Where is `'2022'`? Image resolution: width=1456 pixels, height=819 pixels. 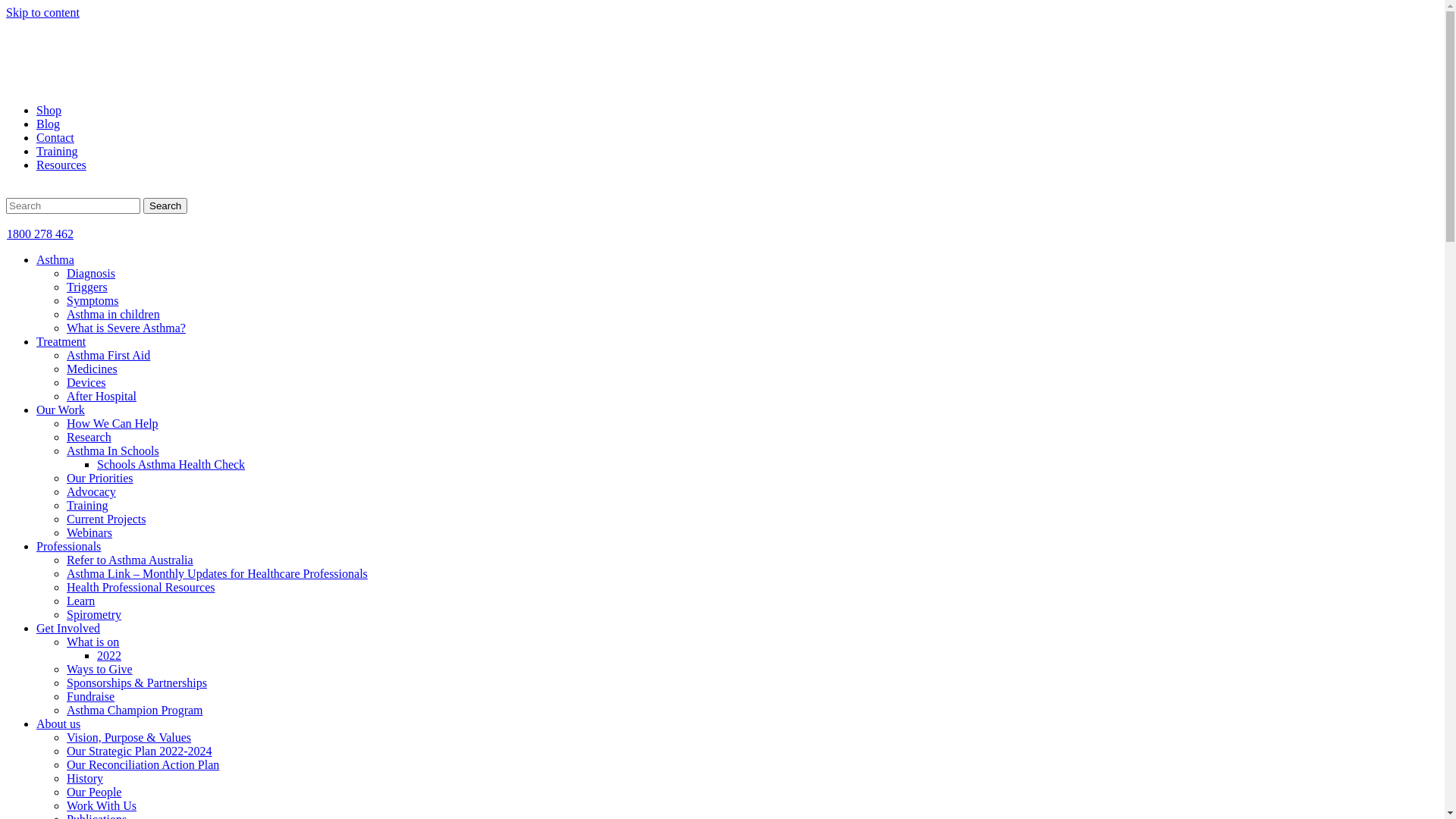 '2022' is located at coordinates (108, 654).